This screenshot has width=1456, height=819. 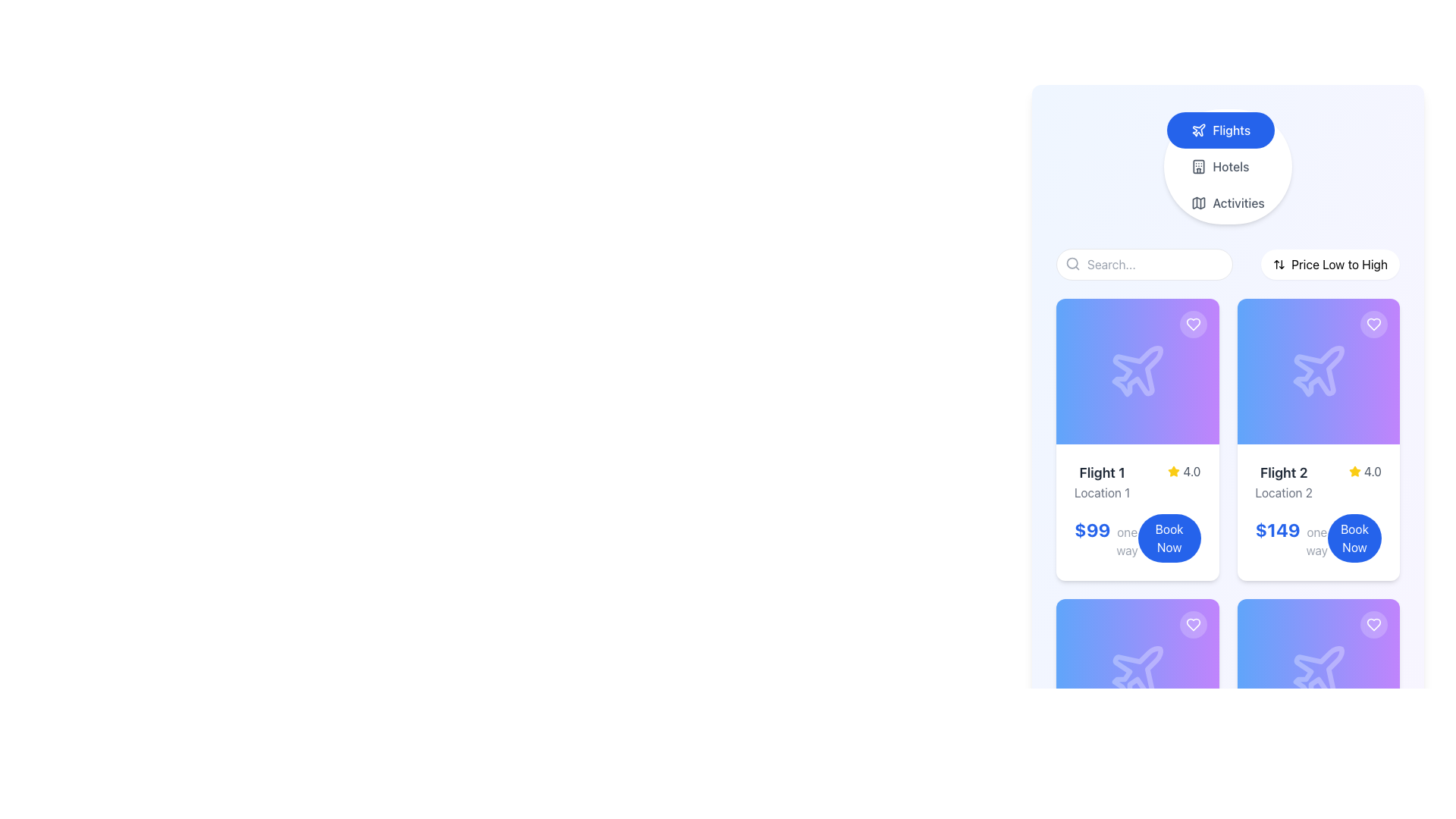 I want to click on the heart icon in the top-right corner of the second flight information card, so click(x=1192, y=324).